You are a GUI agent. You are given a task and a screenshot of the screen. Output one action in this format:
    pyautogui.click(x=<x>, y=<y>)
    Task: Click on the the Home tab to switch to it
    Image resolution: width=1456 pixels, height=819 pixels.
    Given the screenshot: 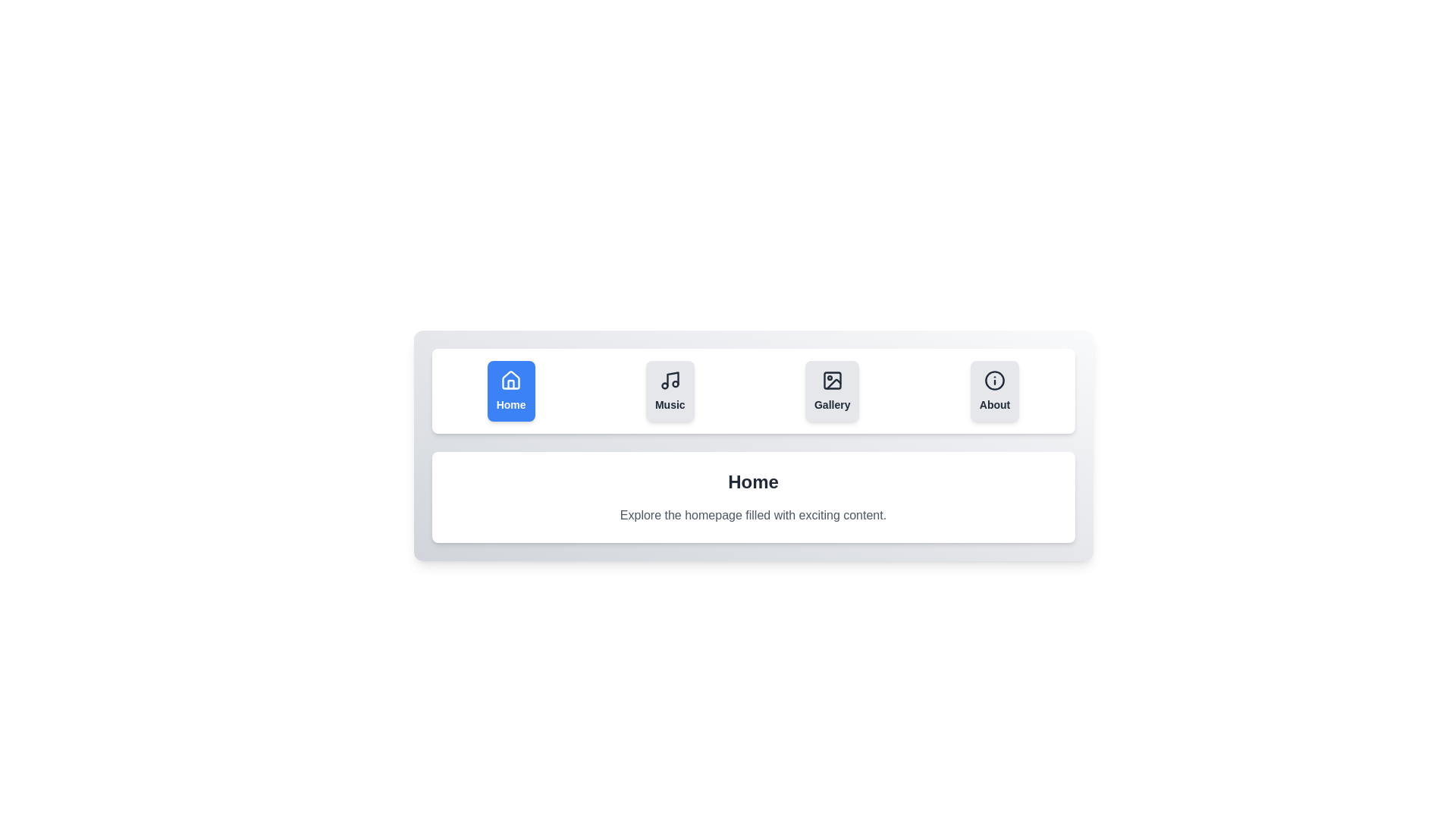 What is the action you would take?
    pyautogui.click(x=511, y=391)
    